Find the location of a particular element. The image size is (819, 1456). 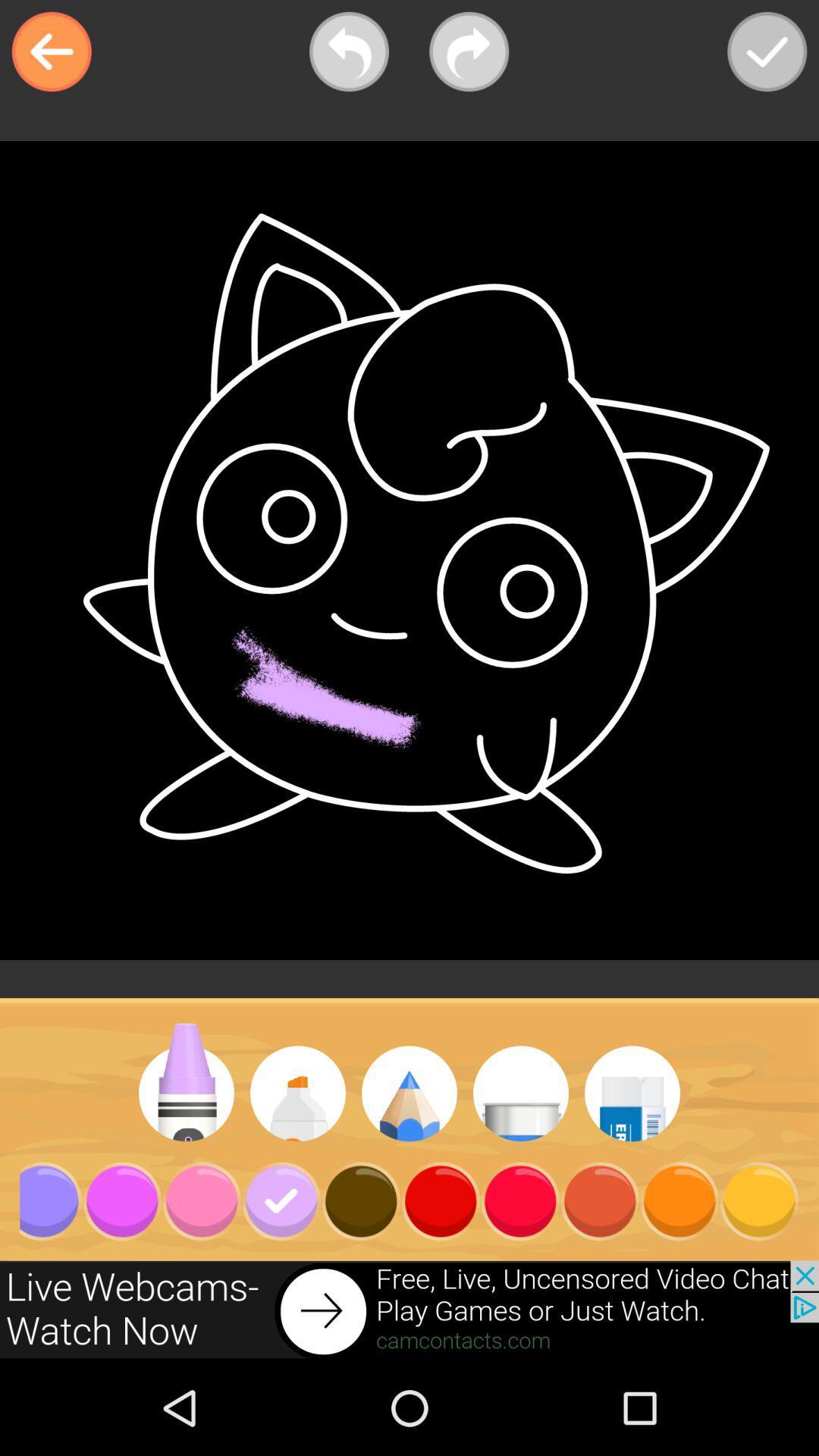

go do selakt is located at coordinates (767, 52).